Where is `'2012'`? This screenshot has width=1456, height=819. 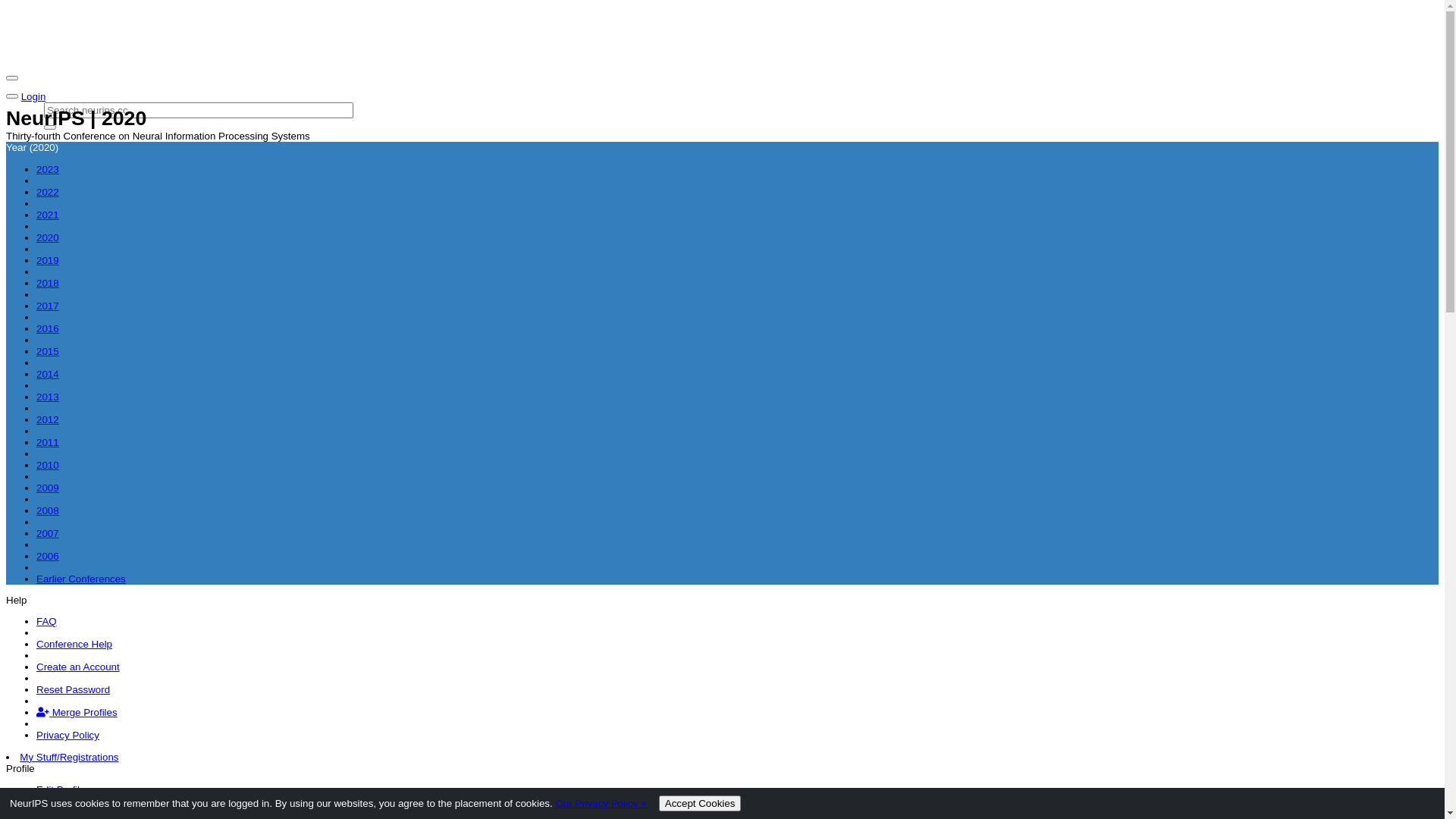 '2012' is located at coordinates (47, 419).